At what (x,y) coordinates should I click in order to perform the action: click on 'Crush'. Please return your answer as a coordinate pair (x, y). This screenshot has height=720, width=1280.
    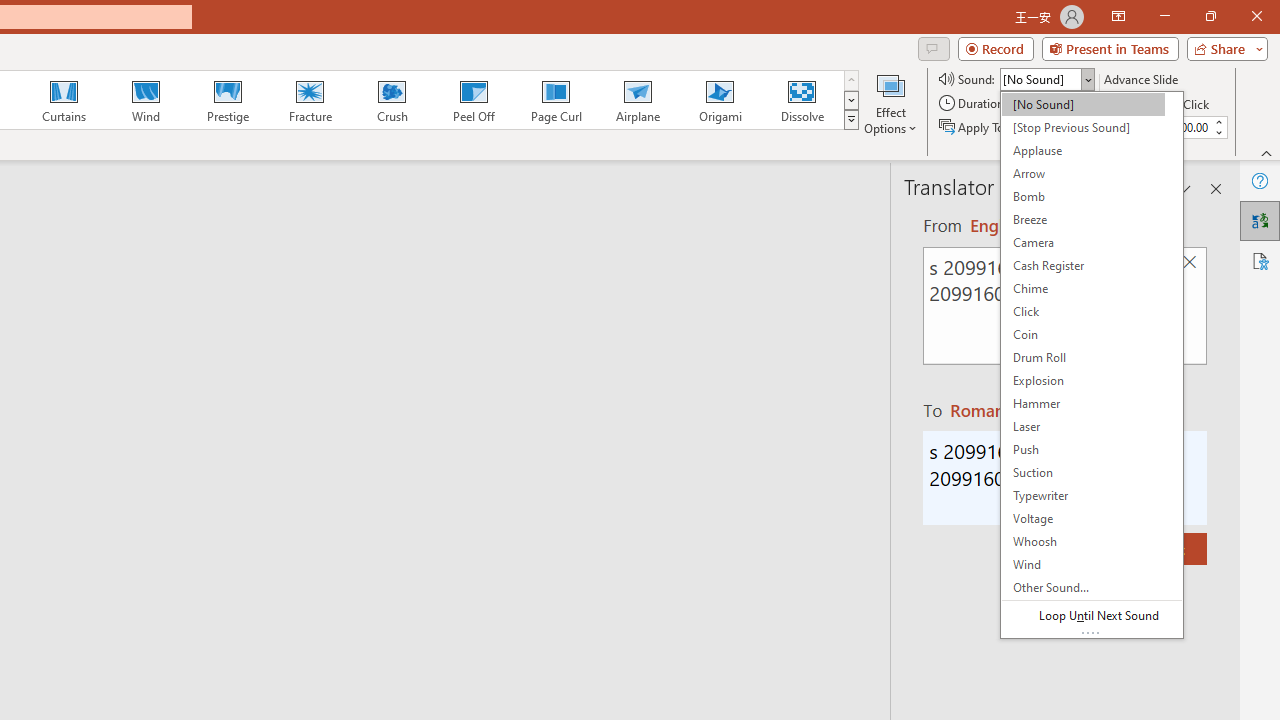
    Looking at the image, I should click on (391, 100).